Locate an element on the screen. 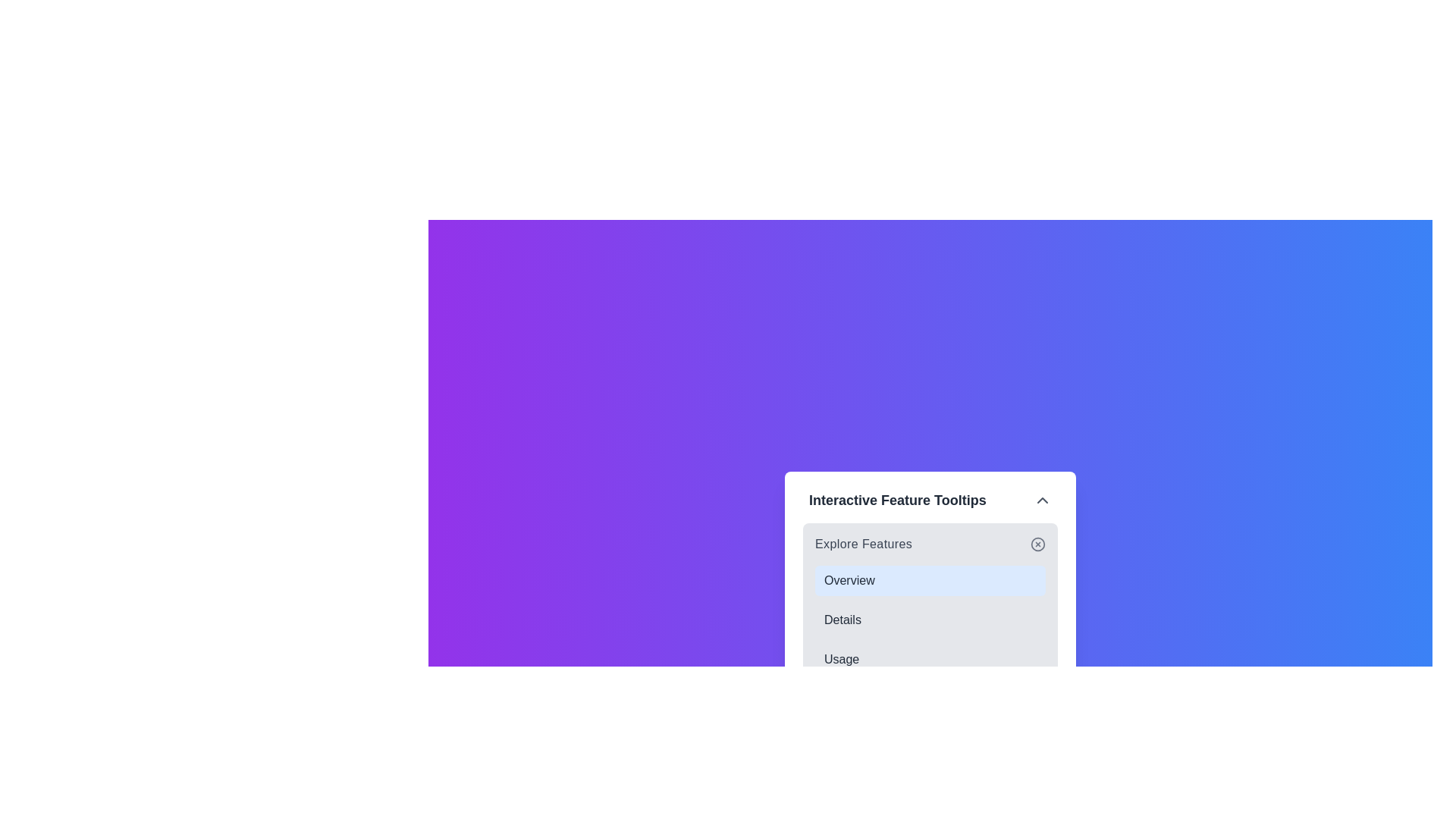 This screenshot has width=1456, height=819. the SVG Circle that is part of the close or cancel icon located on the right side of the top header panel of a dropdown interface is located at coordinates (1037, 543).